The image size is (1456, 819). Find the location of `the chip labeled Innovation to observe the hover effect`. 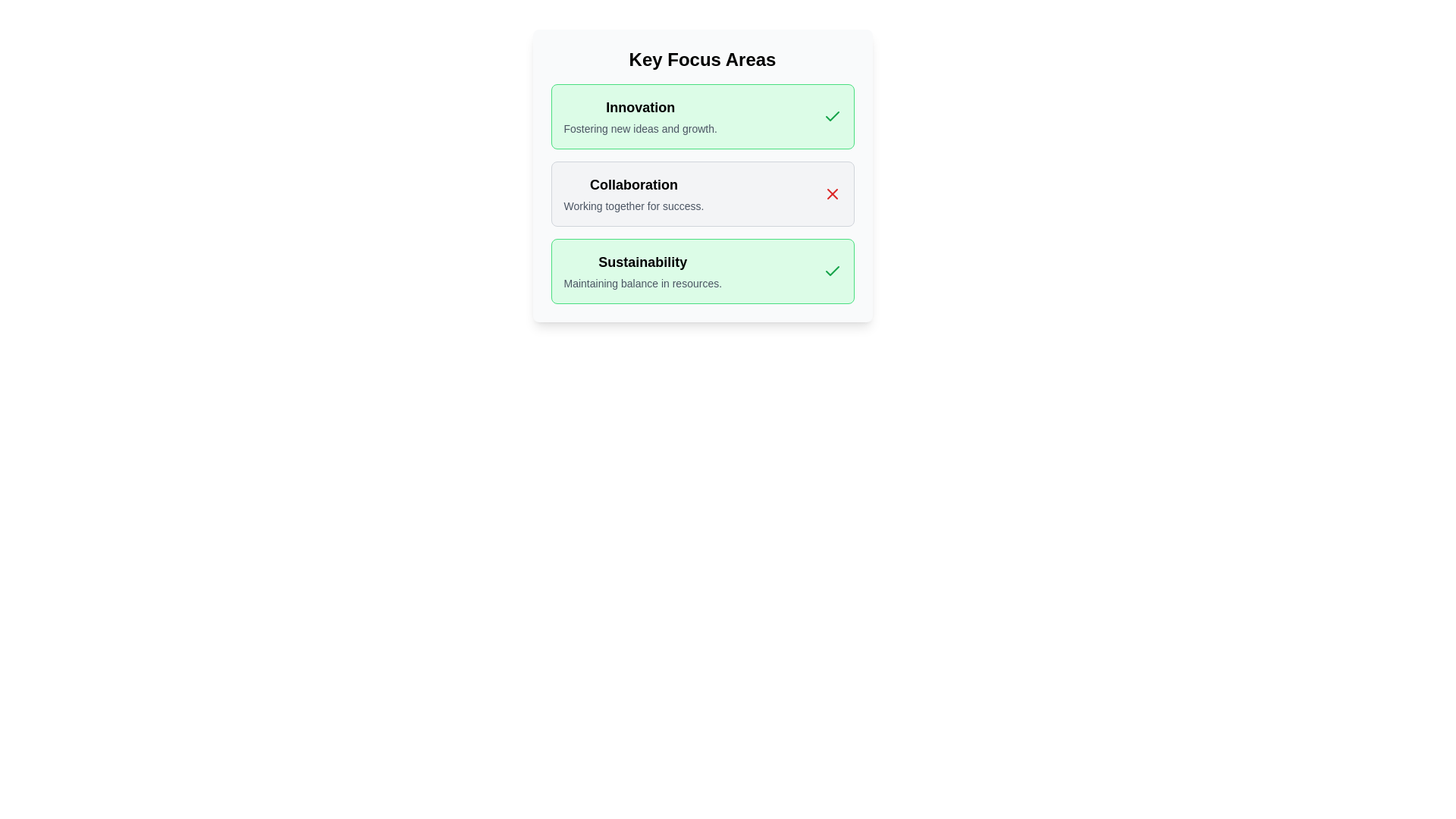

the chip labeled Innovation to observe the hover effect is located at coordinates (701, 116).